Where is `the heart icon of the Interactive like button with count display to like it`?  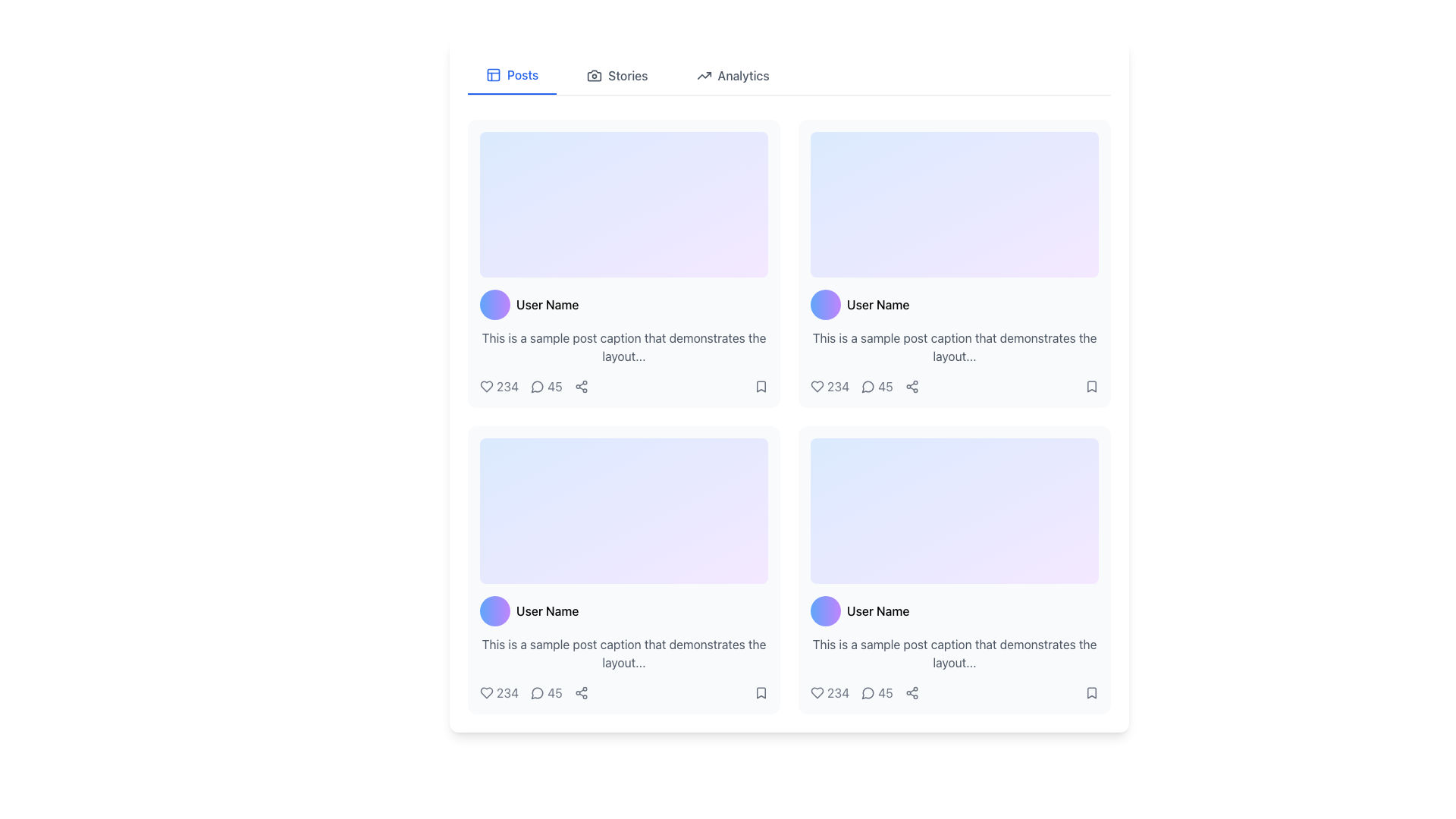
the heart icon of the Interactive like button with count display to like it is located at coordinates (499, 693).